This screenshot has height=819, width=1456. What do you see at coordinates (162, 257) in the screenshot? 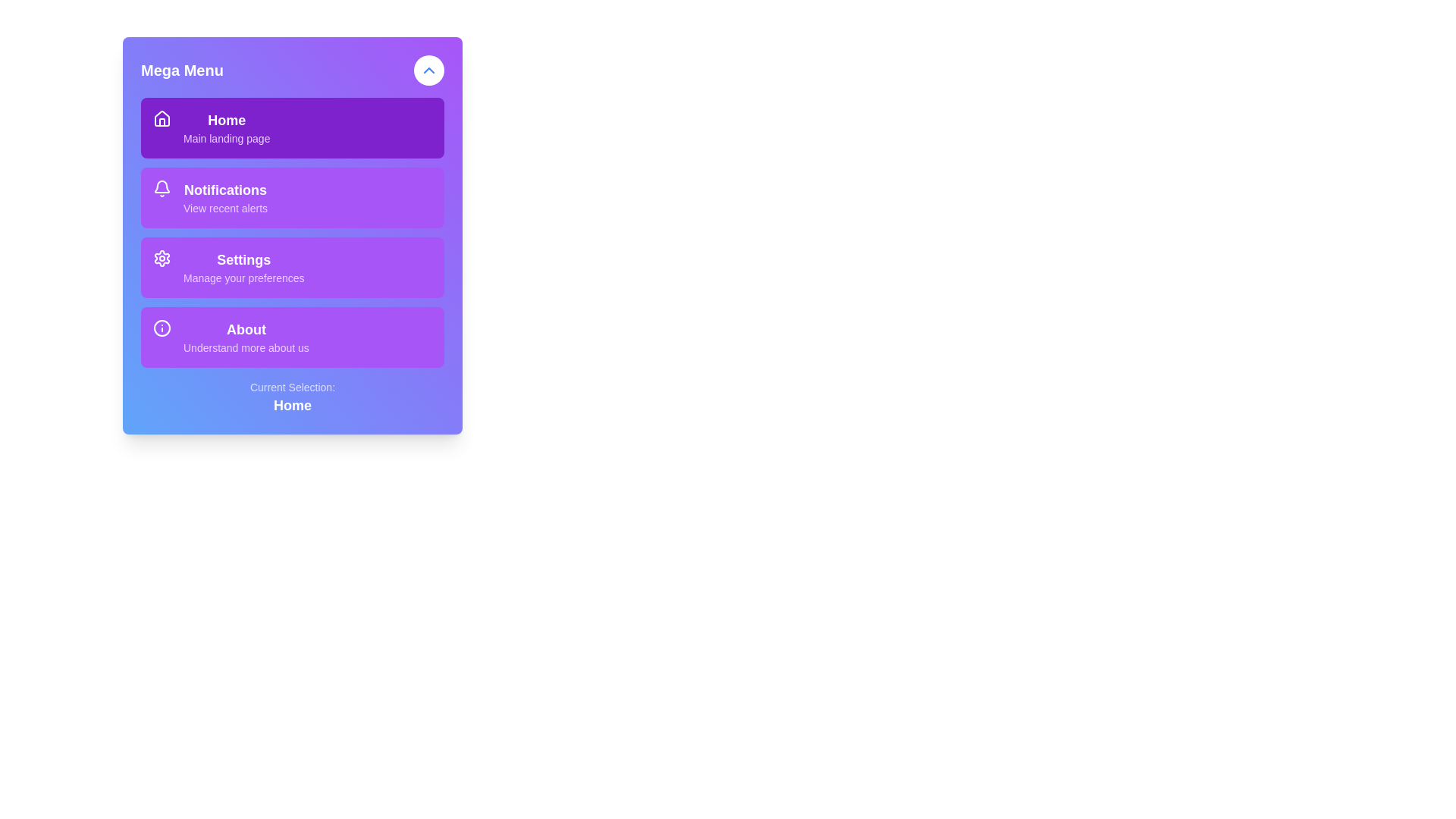
I see `the 'Settings' icon in the Mega Menu, which symbolizes configuration or preference management` at bounding box center [162, 257].